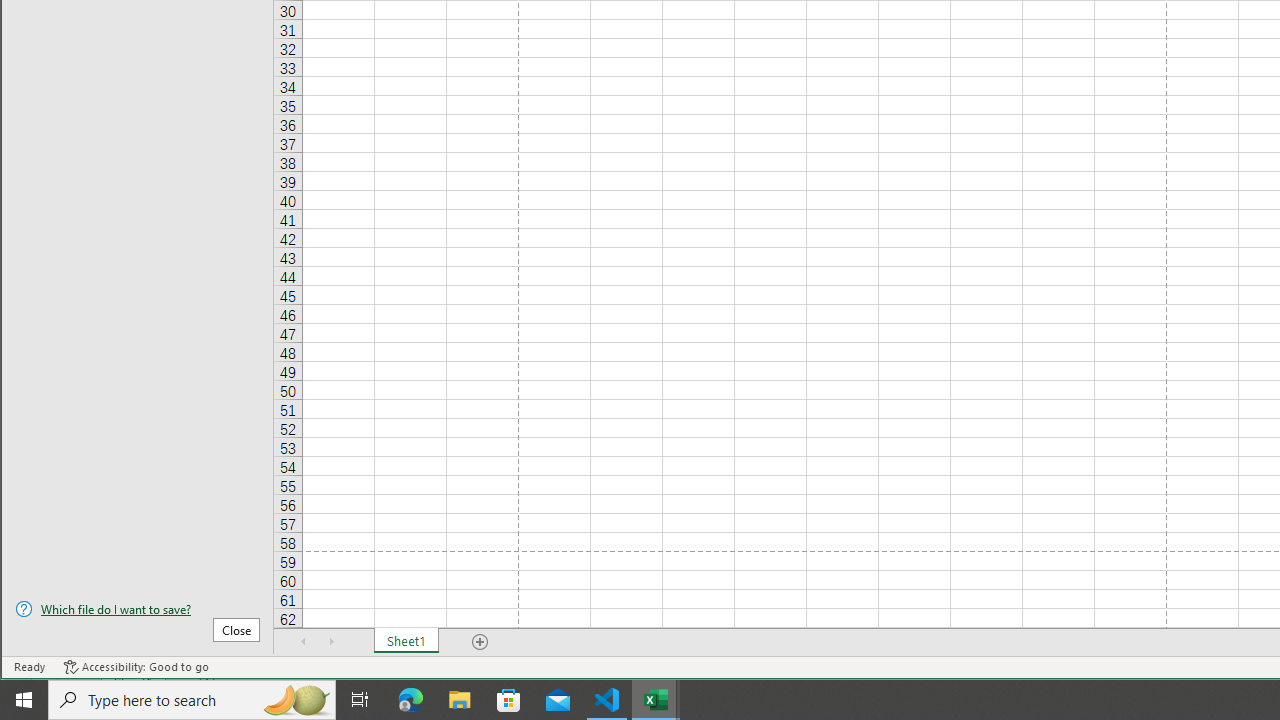 This screenshot has height=720, width=1280. Describe the element at coordinates (359, 698) in the screenshot. I see `'Task View'` at that location.